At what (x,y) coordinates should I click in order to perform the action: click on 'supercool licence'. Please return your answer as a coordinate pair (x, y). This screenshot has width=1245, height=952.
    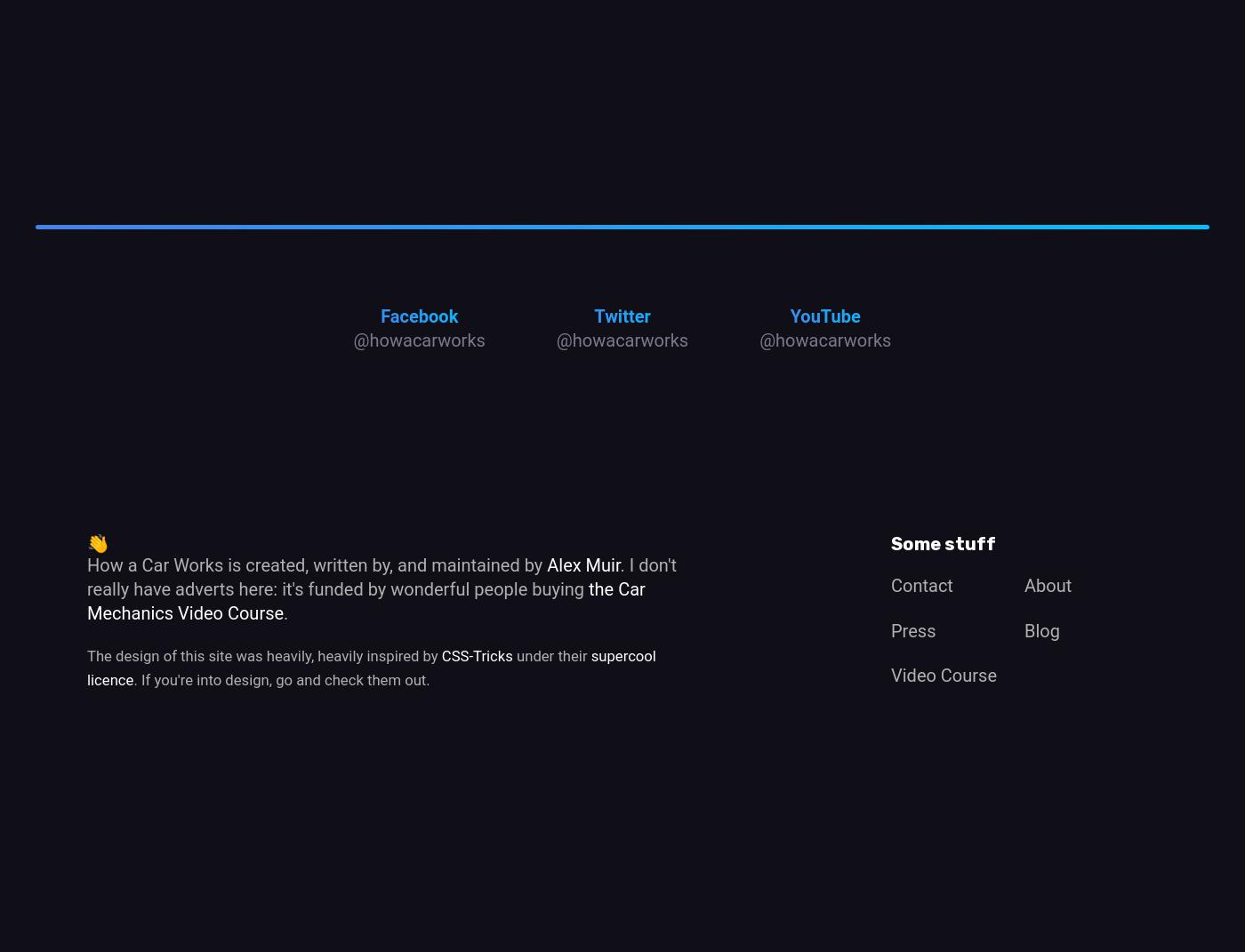
    Looking at the image, I should click on (371, 667).